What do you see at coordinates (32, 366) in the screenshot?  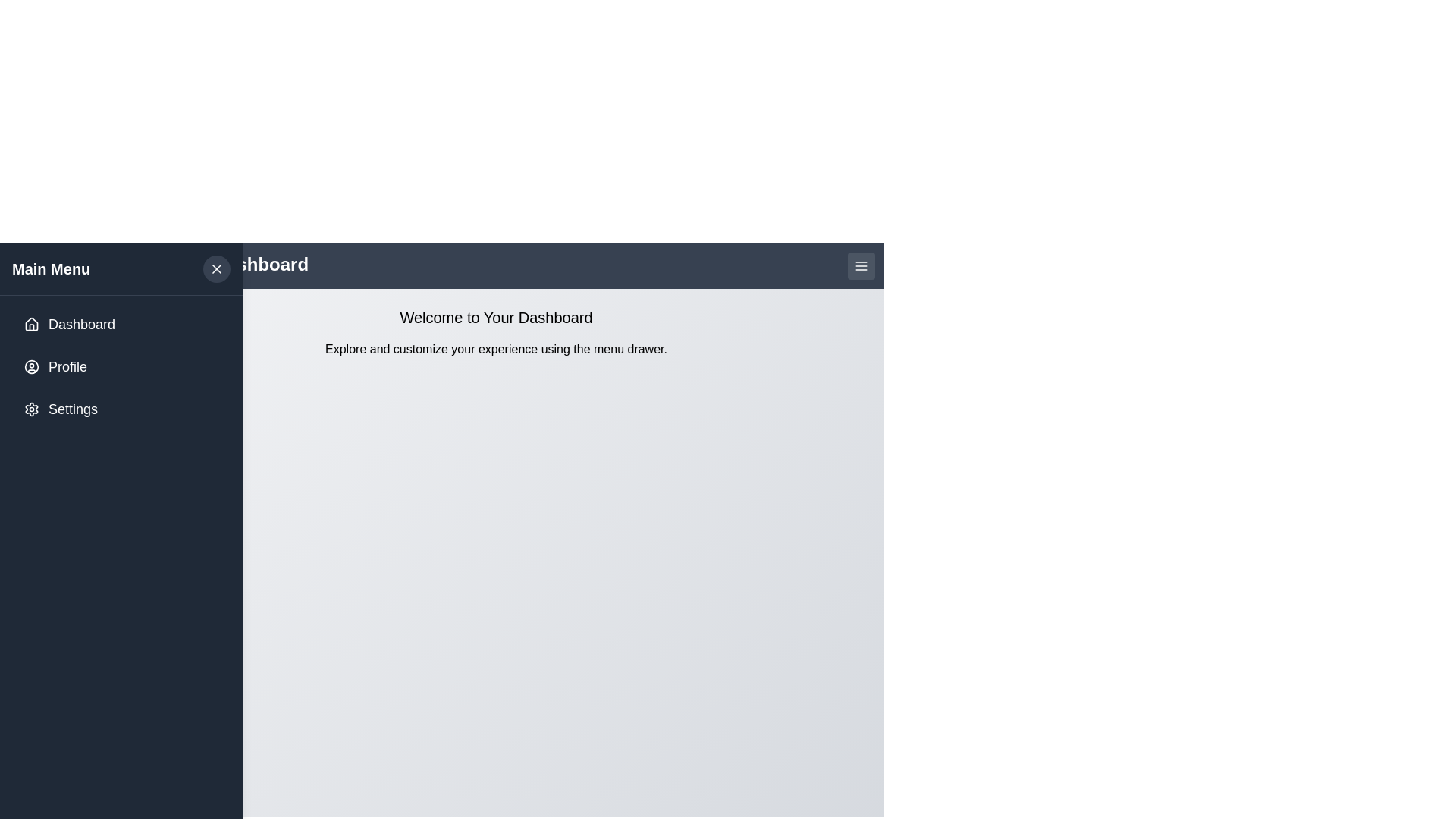 I see `the decorative circle element of the 'Profile' icon in the sidebar menu, which is located between the 'Dashboard' and 'Settings' items` at bounding box center [32, 366].